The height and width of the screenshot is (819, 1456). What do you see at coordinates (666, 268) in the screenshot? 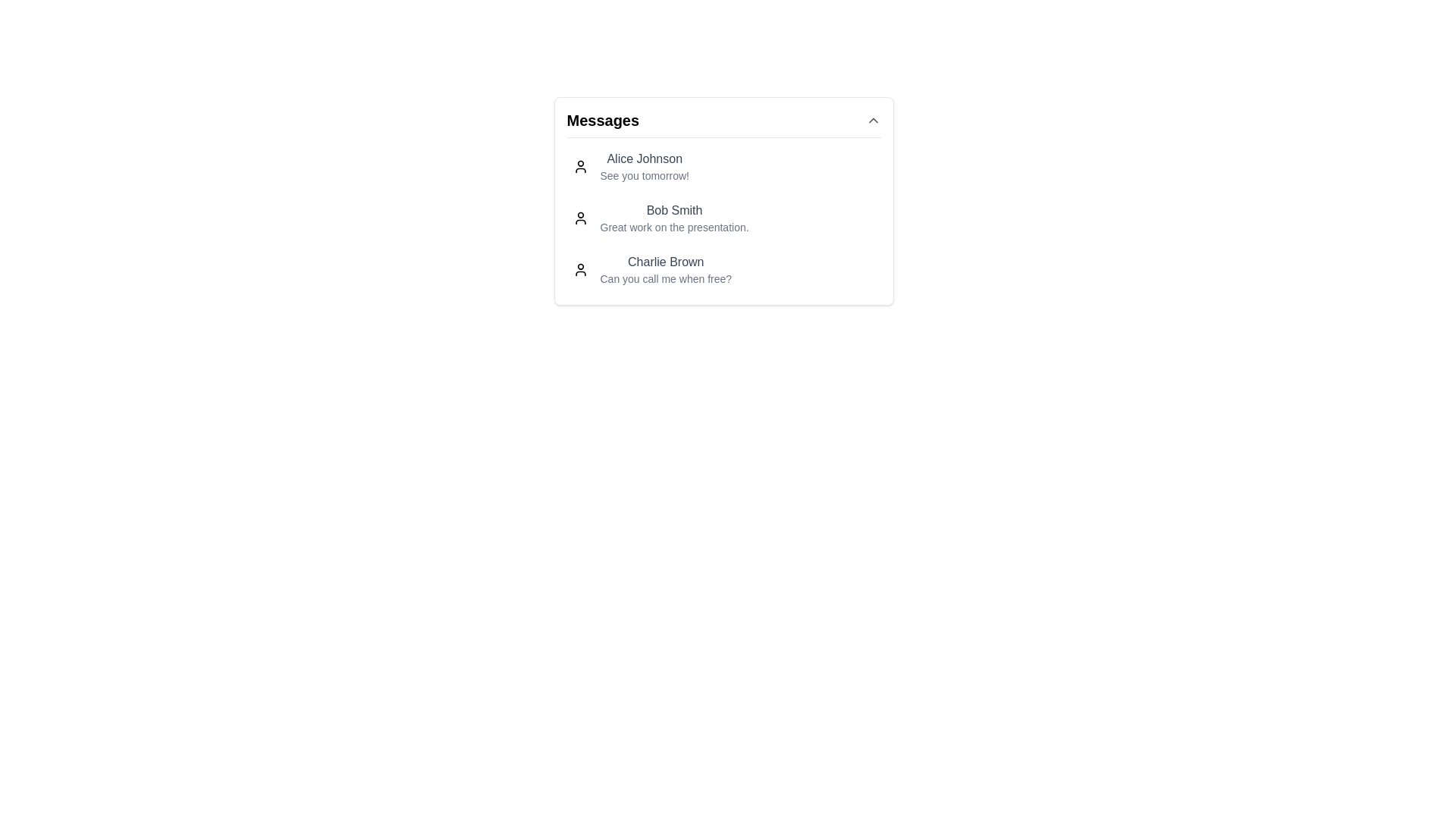
I see `the third item in the list that displays the sender's name 'Charlie Brown' and message 'Can you call me when free?'` at bounding box center [666, 268].